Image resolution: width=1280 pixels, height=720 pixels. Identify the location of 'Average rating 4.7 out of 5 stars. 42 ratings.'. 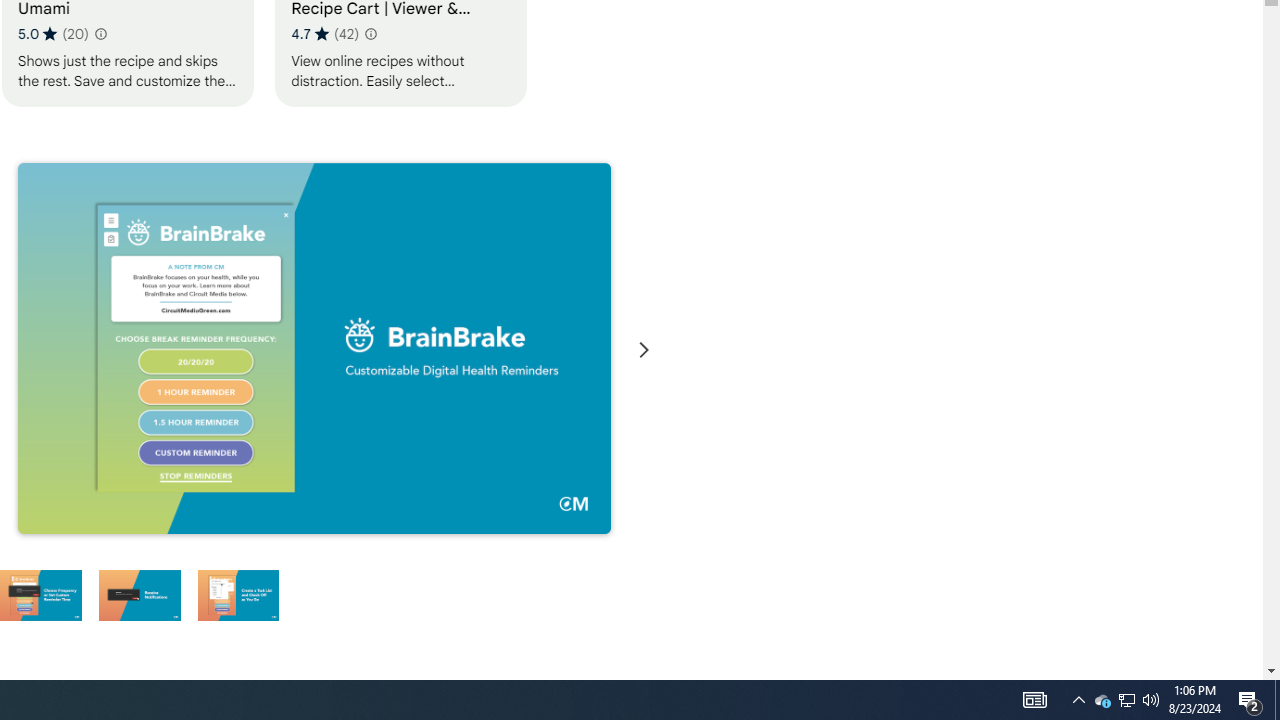
(325, 33).